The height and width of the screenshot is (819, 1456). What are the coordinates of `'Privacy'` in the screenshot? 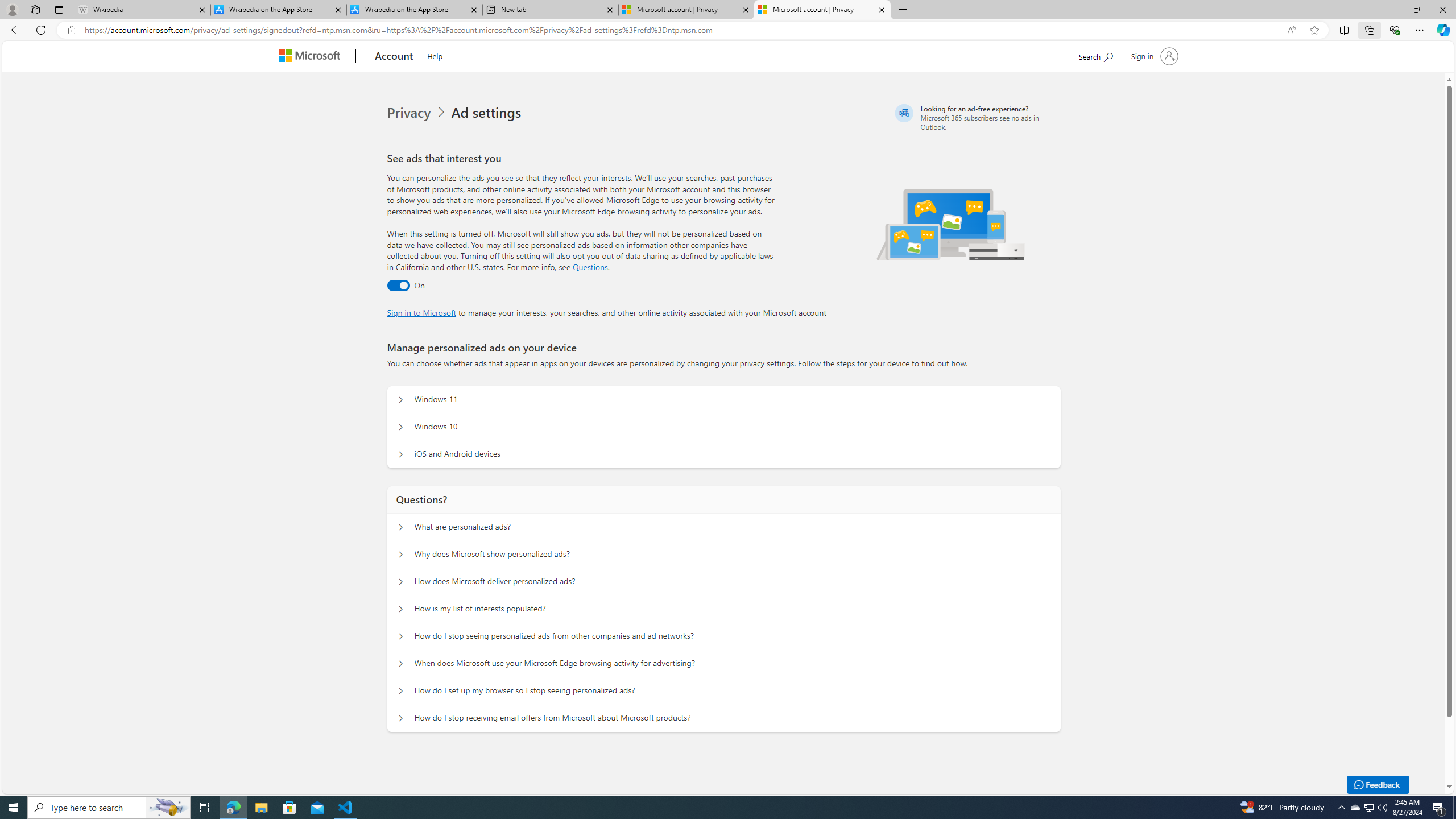 It's located at (410, 113).